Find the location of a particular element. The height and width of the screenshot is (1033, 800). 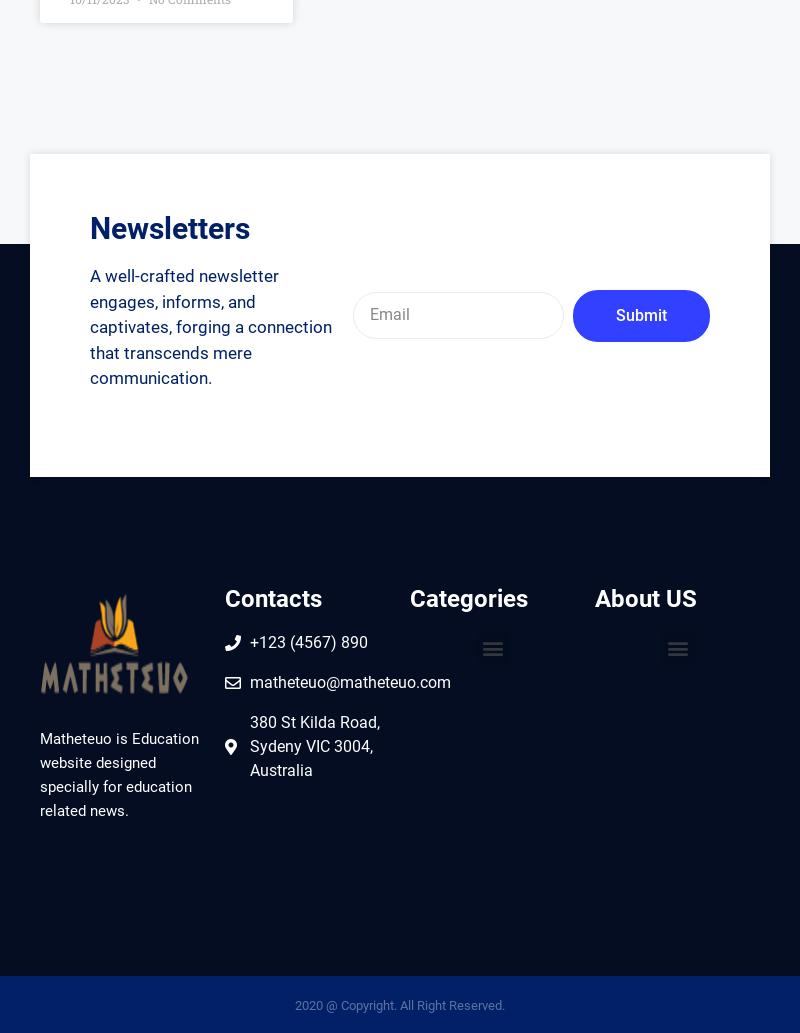

'About US' is located at coordinates (645, 598).